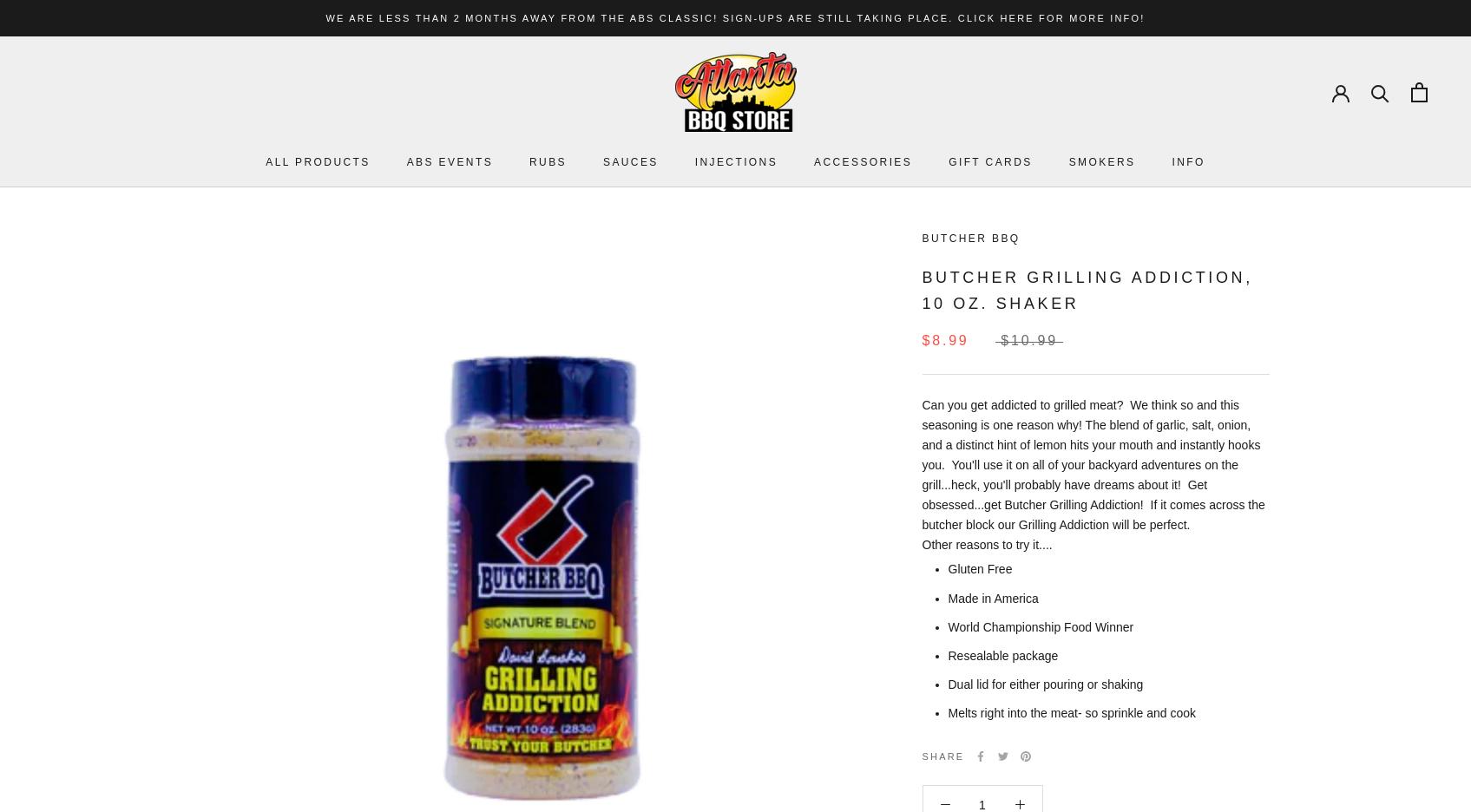 This screenshot has height=812, width=1471. Describe the element at coordinates (945, 339) in the screenshot. I see `'$8.99'` at that location.